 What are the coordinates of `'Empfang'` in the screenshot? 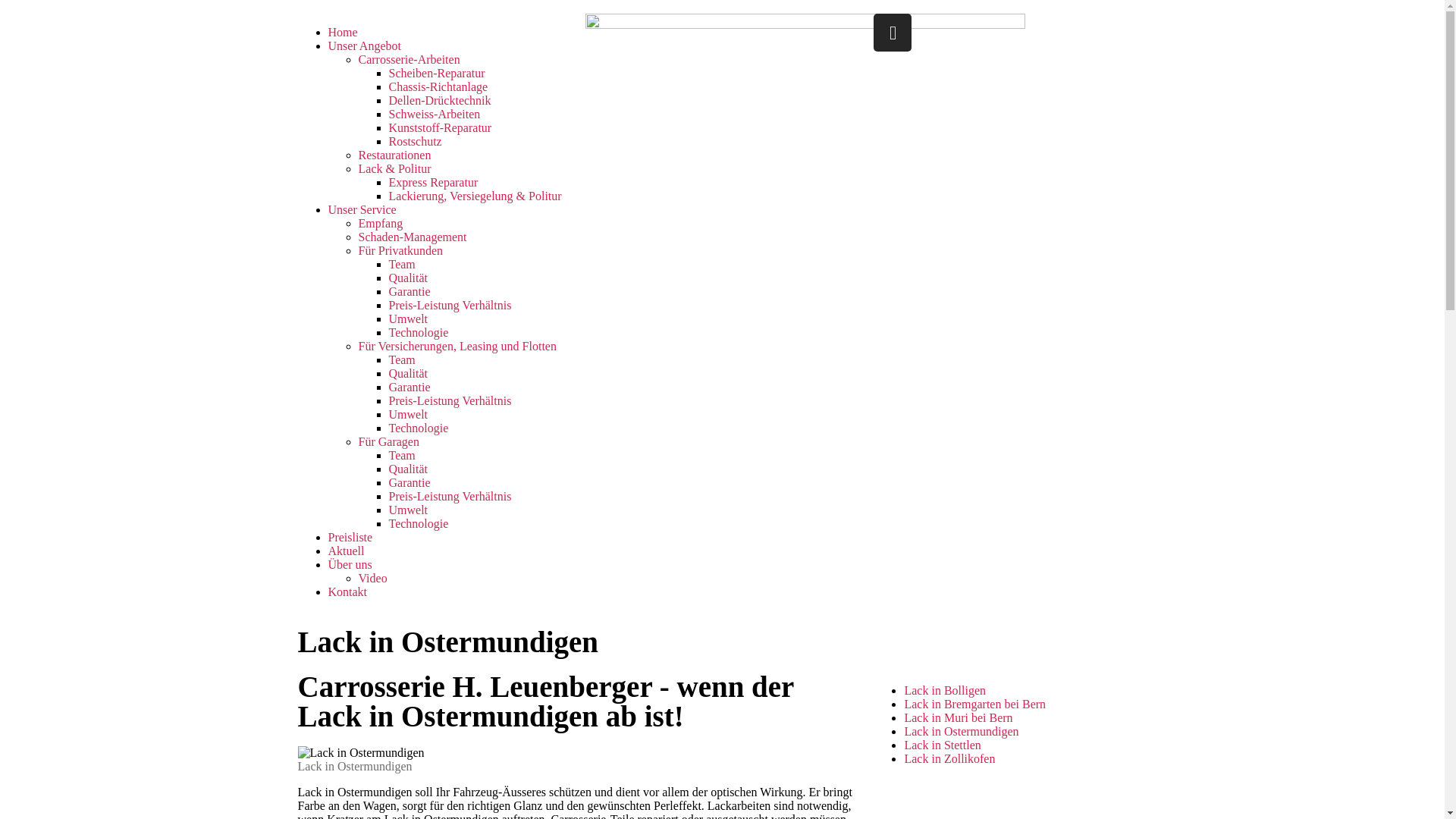 It's located at (380, 223).